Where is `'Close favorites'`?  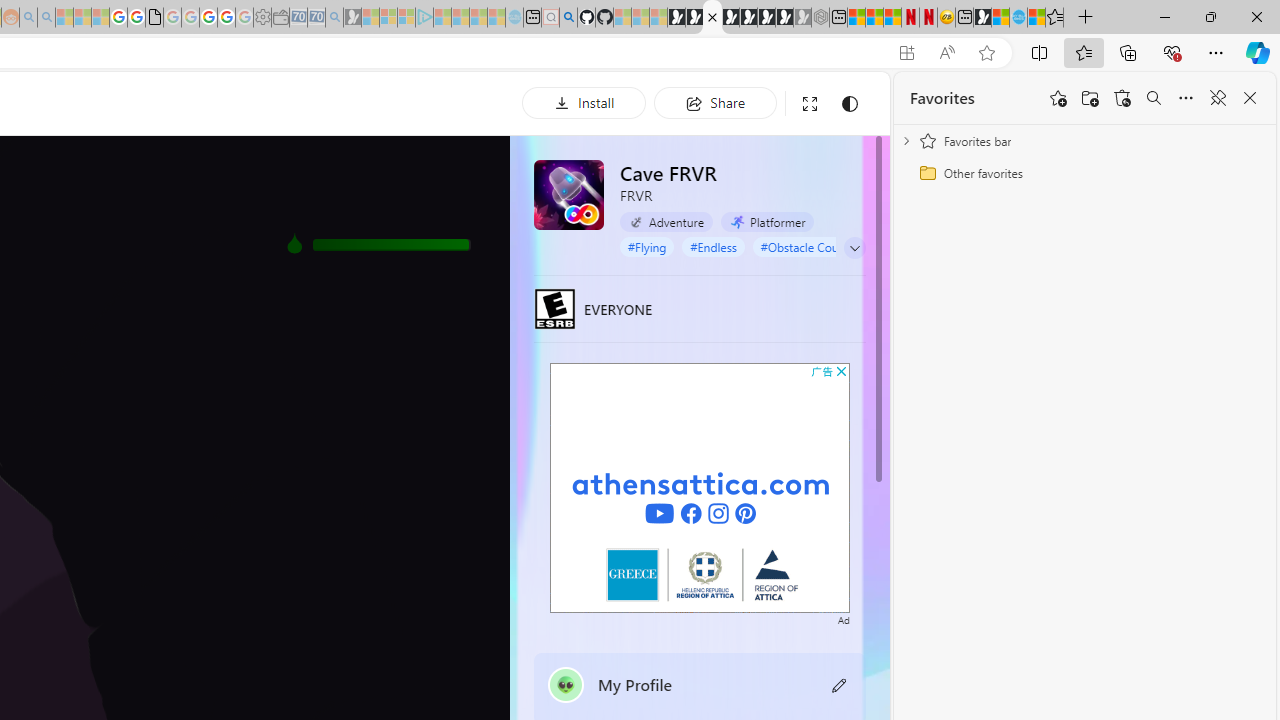 'Close favorites' is located at coordinates (1249, 98).